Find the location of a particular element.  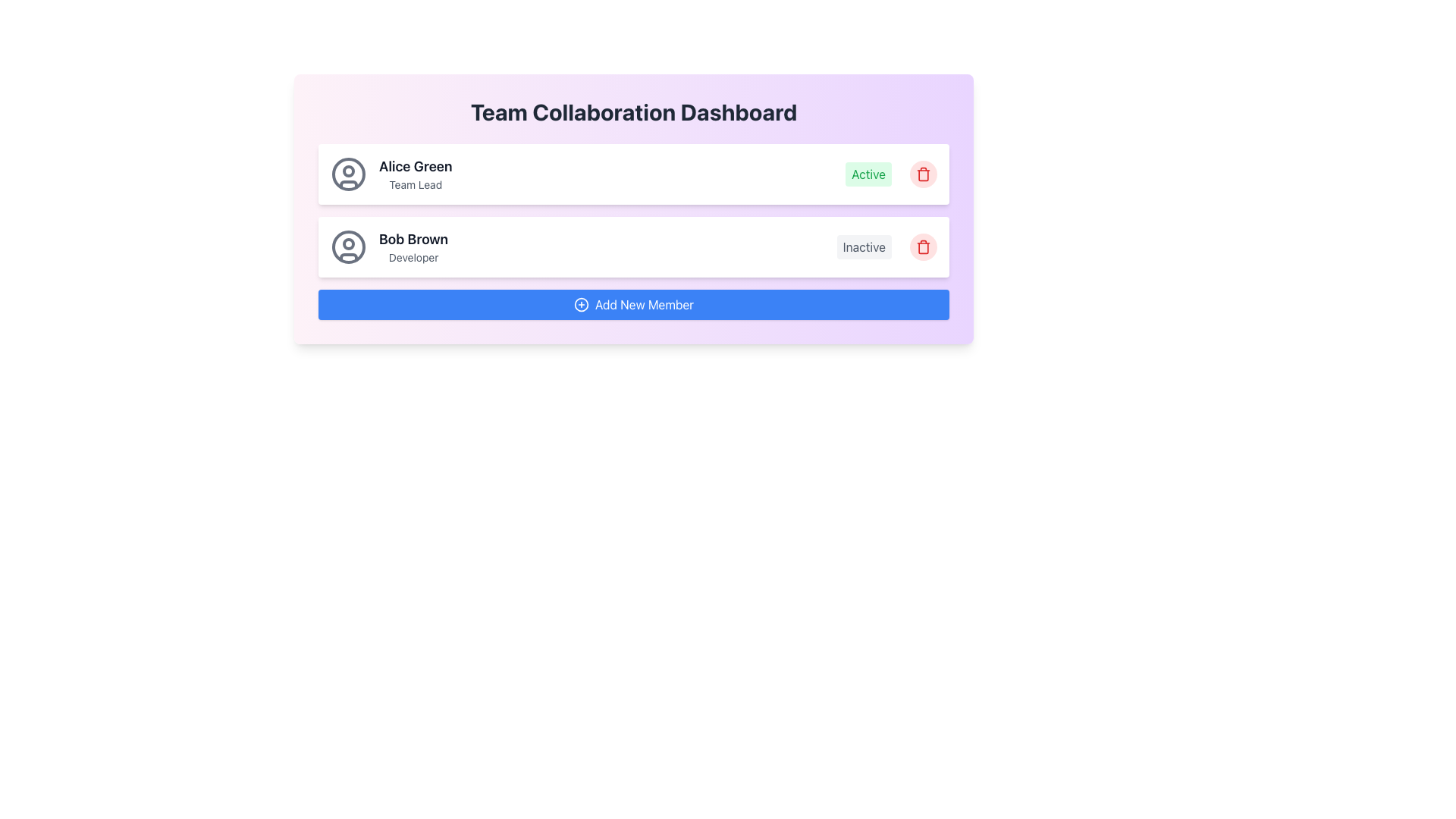

the user profile icon for 'Bob Brown' located within the 'Bob Brown Developer' card by clicking on it is located at coordinates (348, 246).